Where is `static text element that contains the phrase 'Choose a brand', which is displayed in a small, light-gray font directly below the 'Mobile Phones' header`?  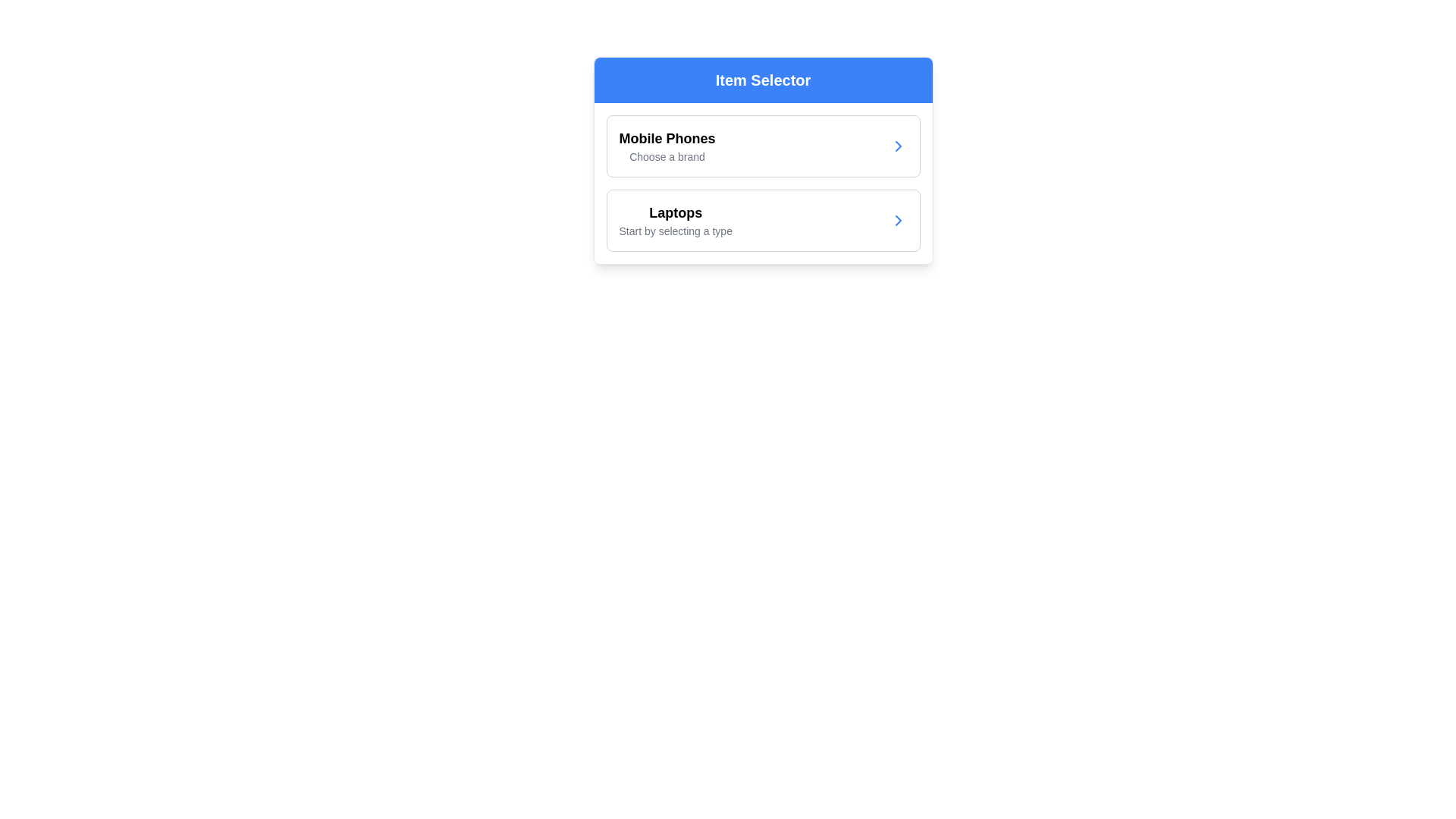
static text element that contains the phrase 'Choose a brand', which is displayed in a small, light-gray font directly below the 'Mobile Phones' header is located at coordinates (667, 157).